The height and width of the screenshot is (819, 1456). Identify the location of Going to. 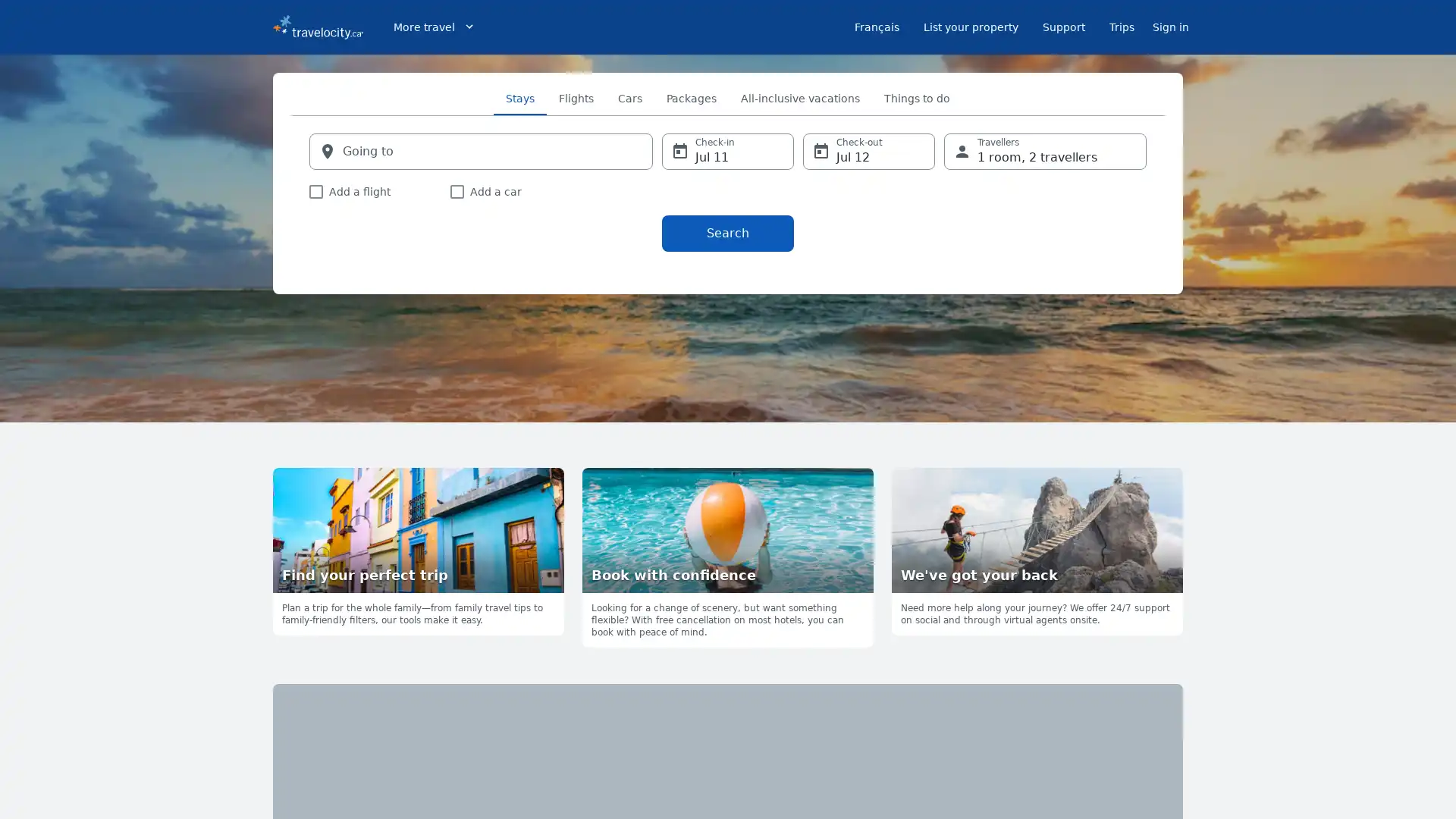
(480, 152).